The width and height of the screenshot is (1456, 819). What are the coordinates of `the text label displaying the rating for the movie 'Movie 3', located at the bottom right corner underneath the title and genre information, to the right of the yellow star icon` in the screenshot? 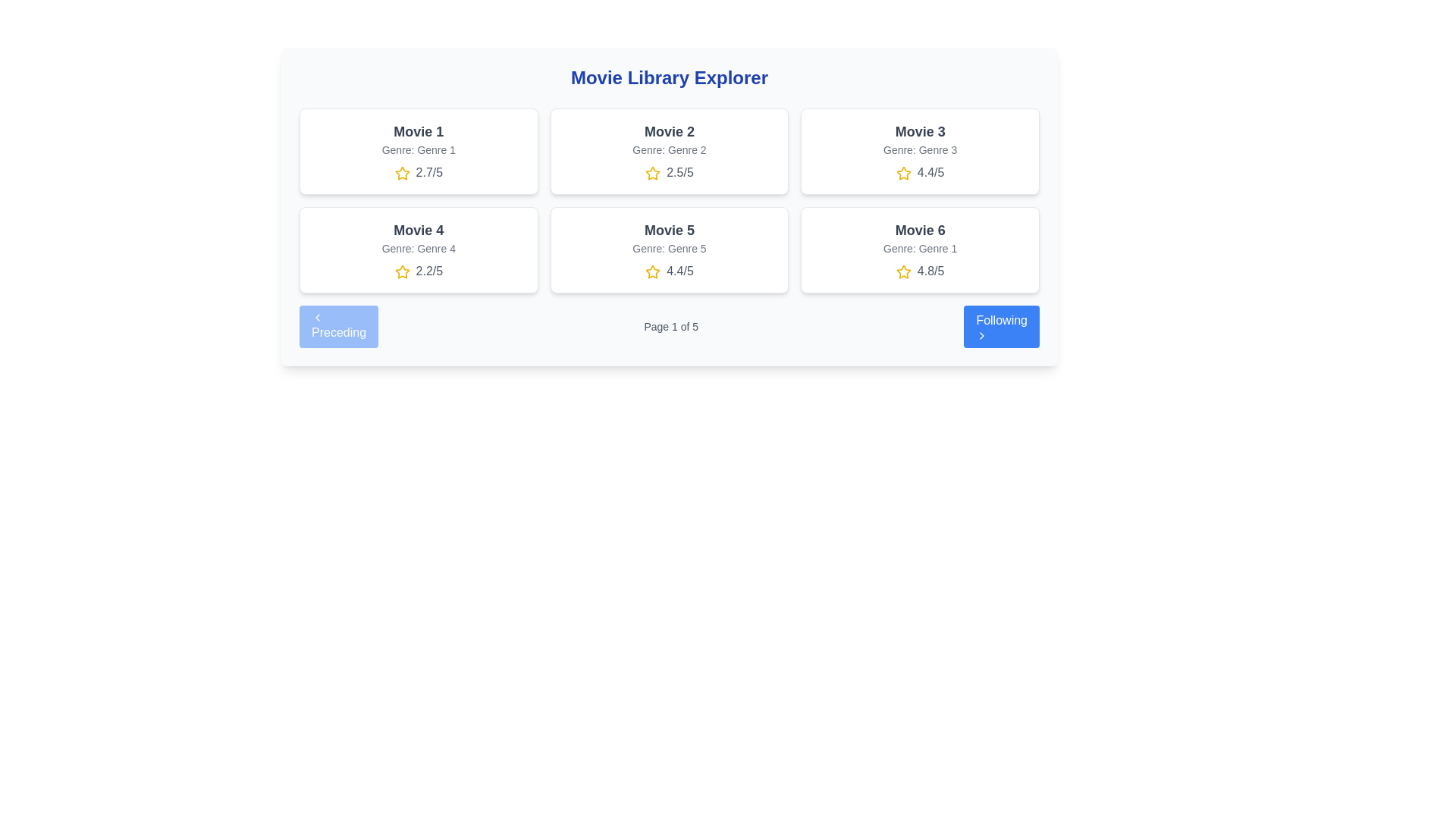 It's located at (919, 171).